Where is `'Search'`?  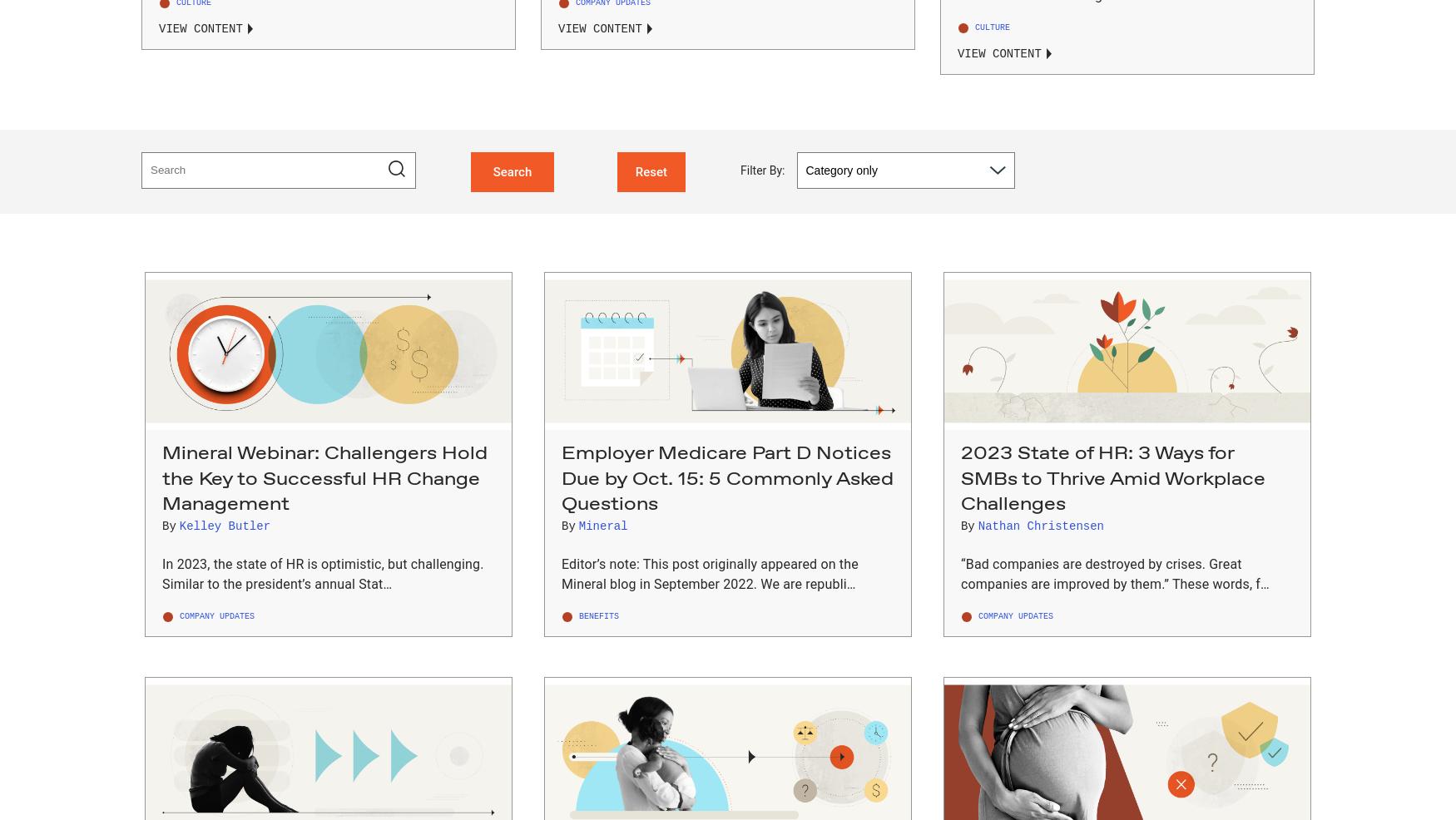 'Search' is located at coordinates (512, 170).